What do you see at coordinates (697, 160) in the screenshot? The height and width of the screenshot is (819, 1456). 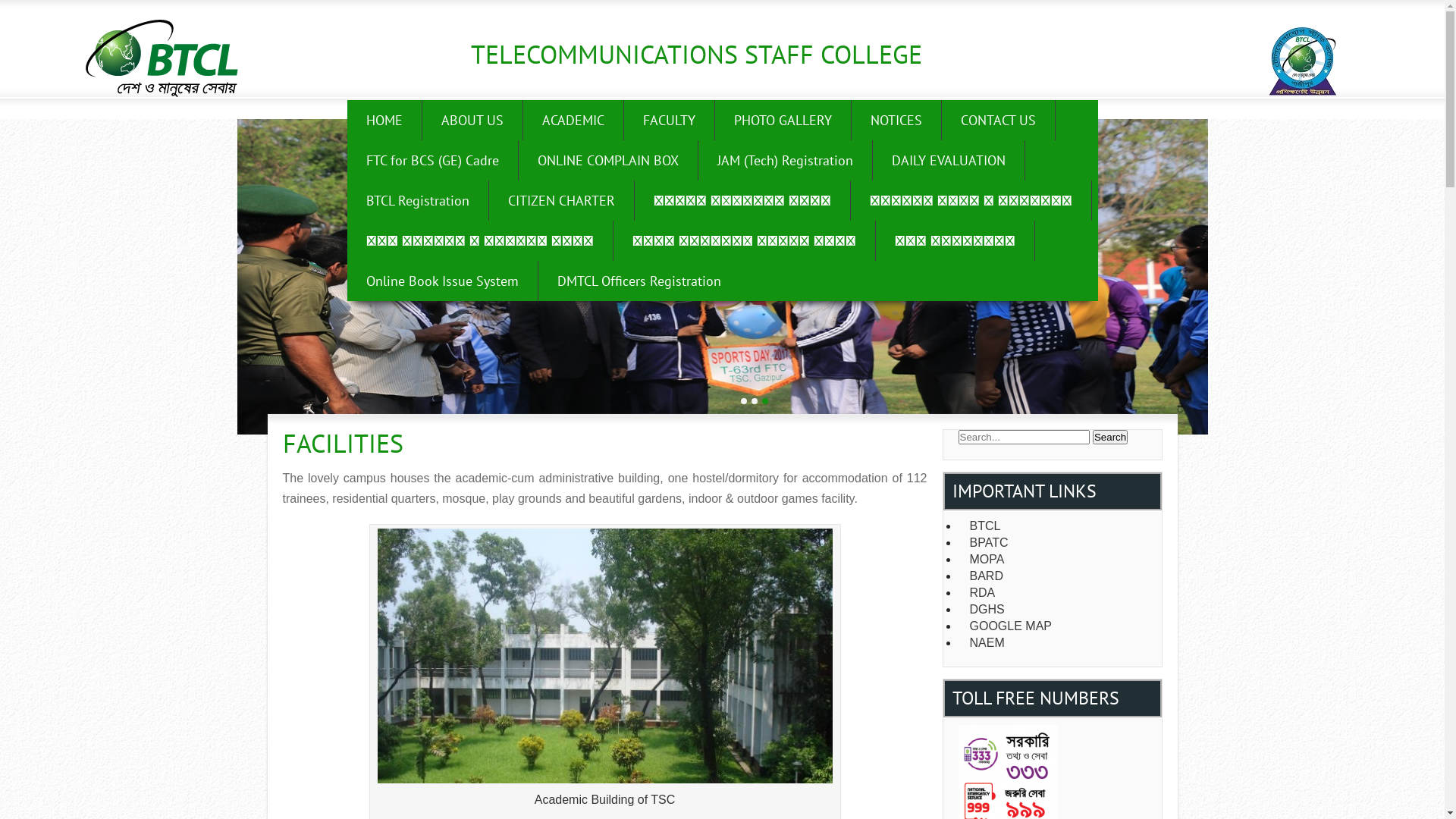 I see `'JAM (Tech) Registration'` at bounding box center [697, 160].